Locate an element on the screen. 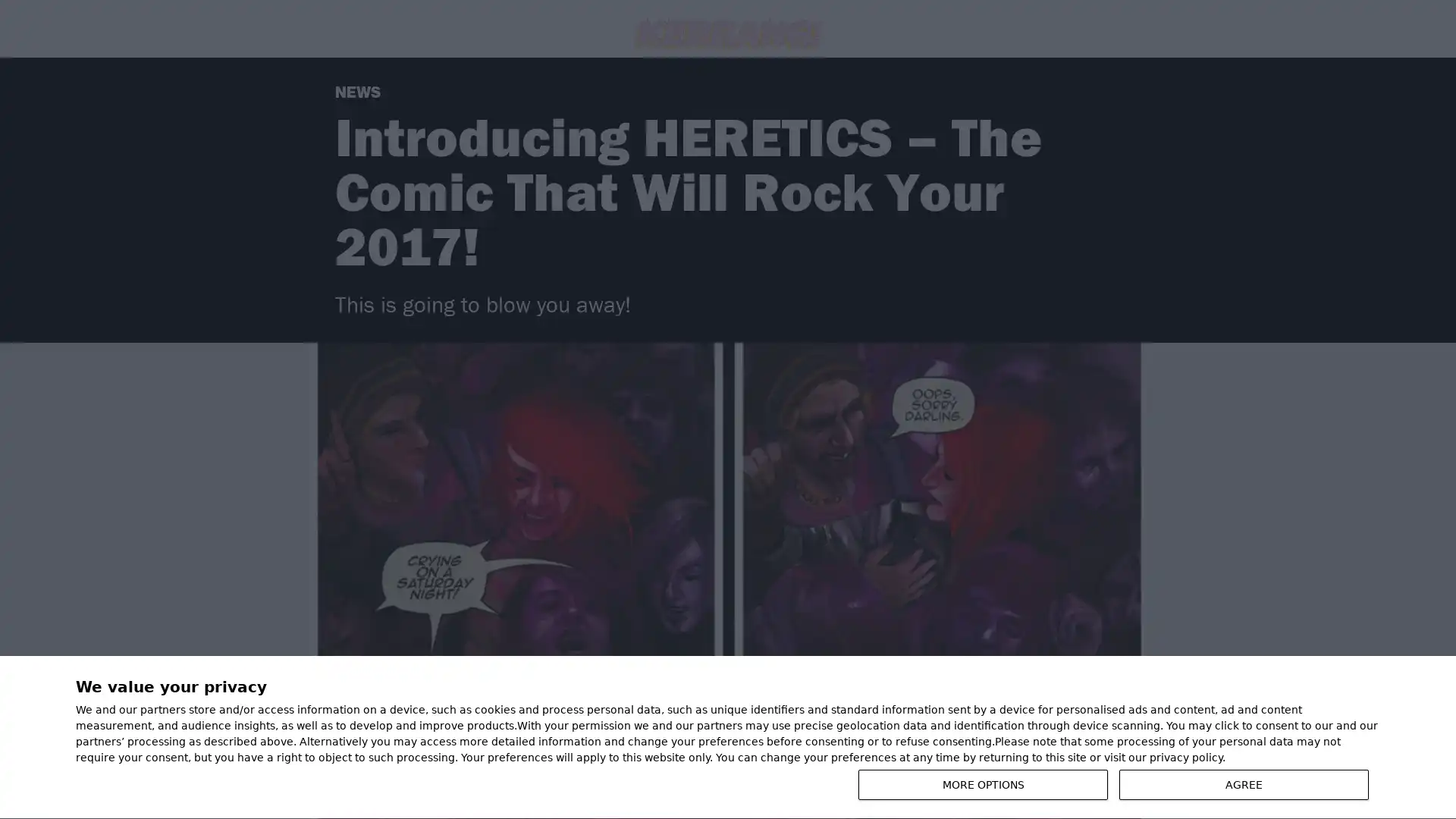 The width and height of the screenshot is (1456, 819). partners is located at coordinates (163, 710).